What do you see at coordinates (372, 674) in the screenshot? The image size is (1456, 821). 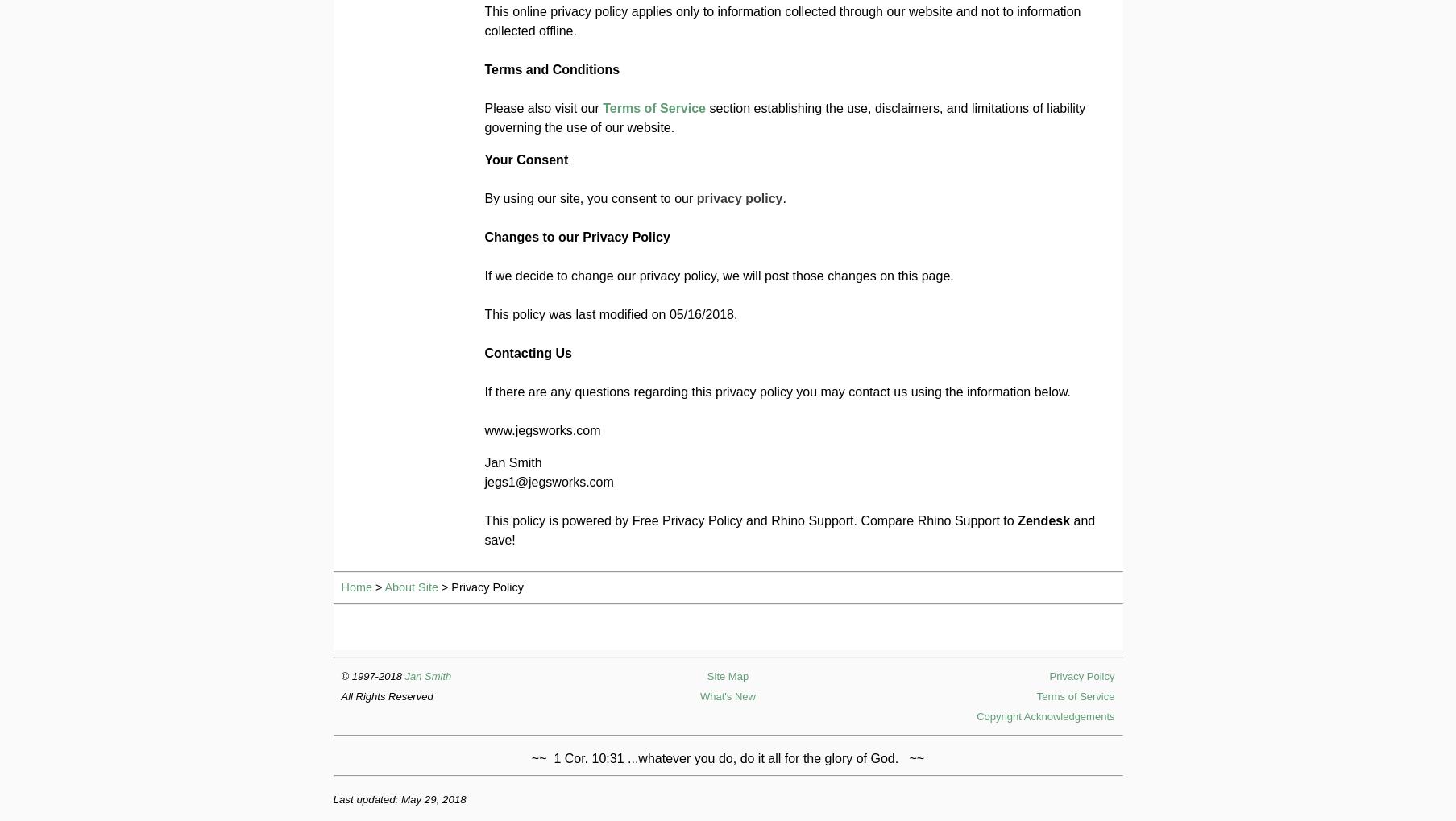 I see `'© 1997-2018'` at bounding box center [372, 674].